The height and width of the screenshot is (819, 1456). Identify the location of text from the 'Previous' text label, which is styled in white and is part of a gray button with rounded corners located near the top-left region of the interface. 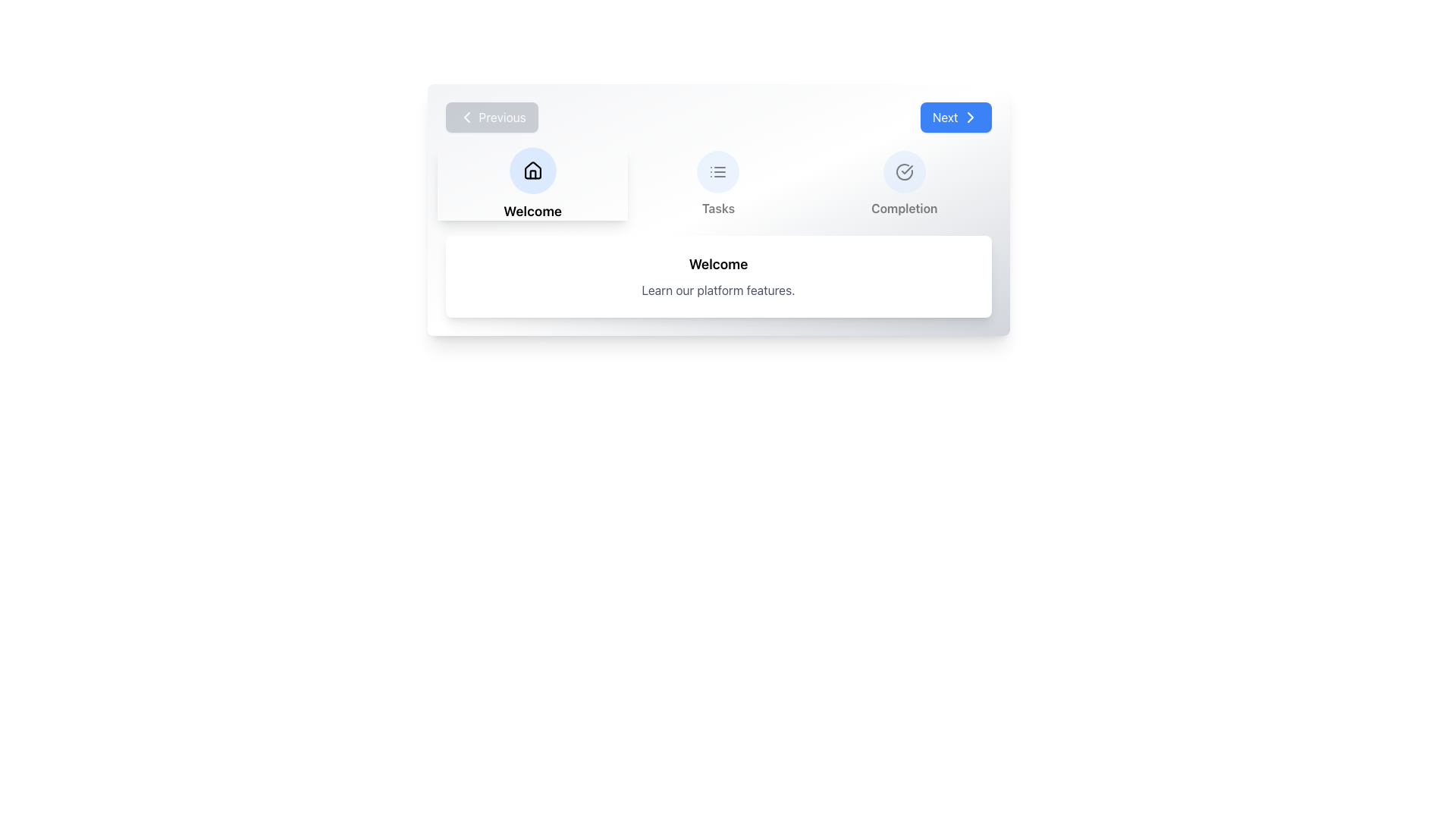
(502, 116).